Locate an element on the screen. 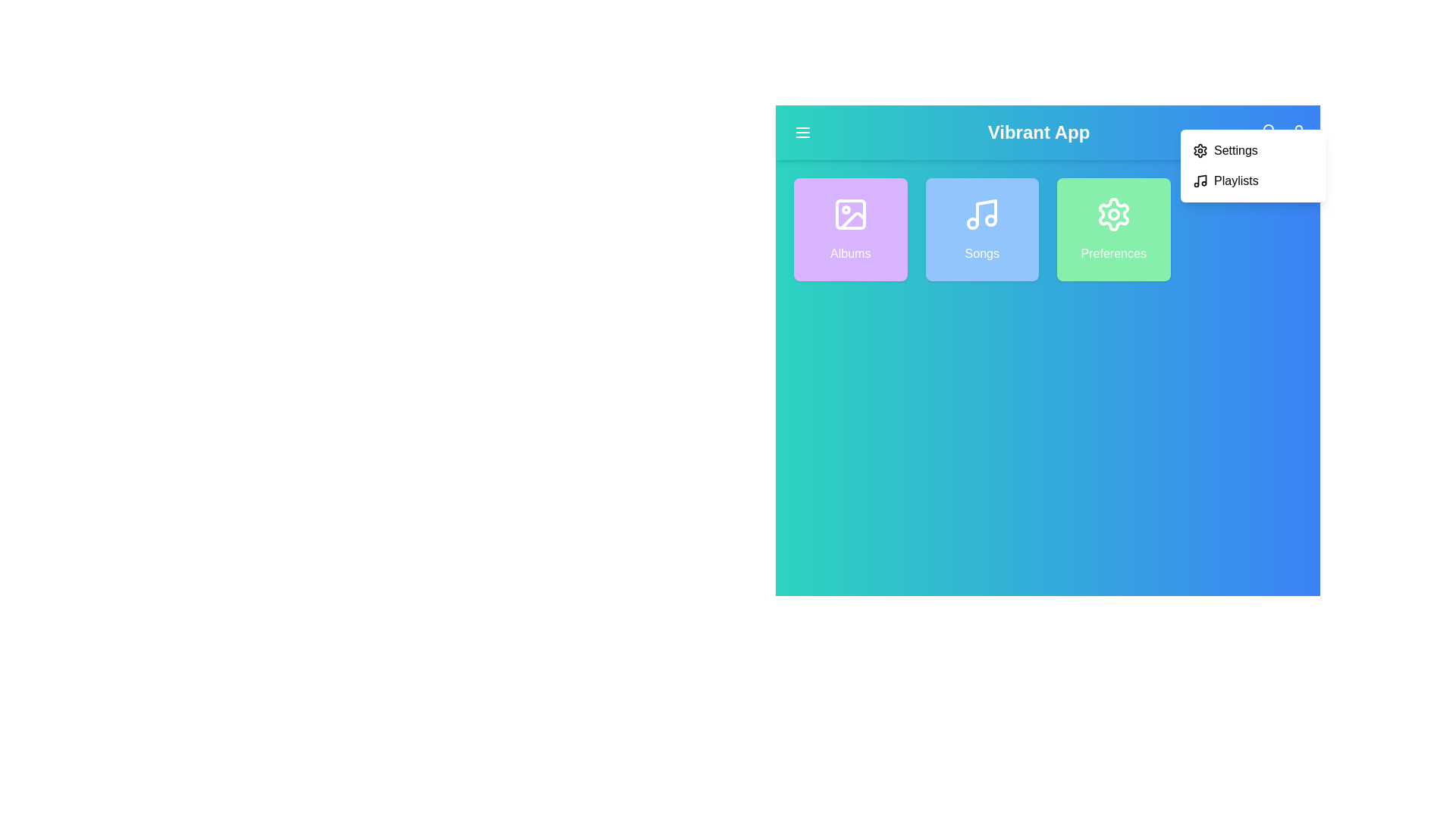  the title text 'Vibrant App' for copying is located at coordinates (1037, 131).